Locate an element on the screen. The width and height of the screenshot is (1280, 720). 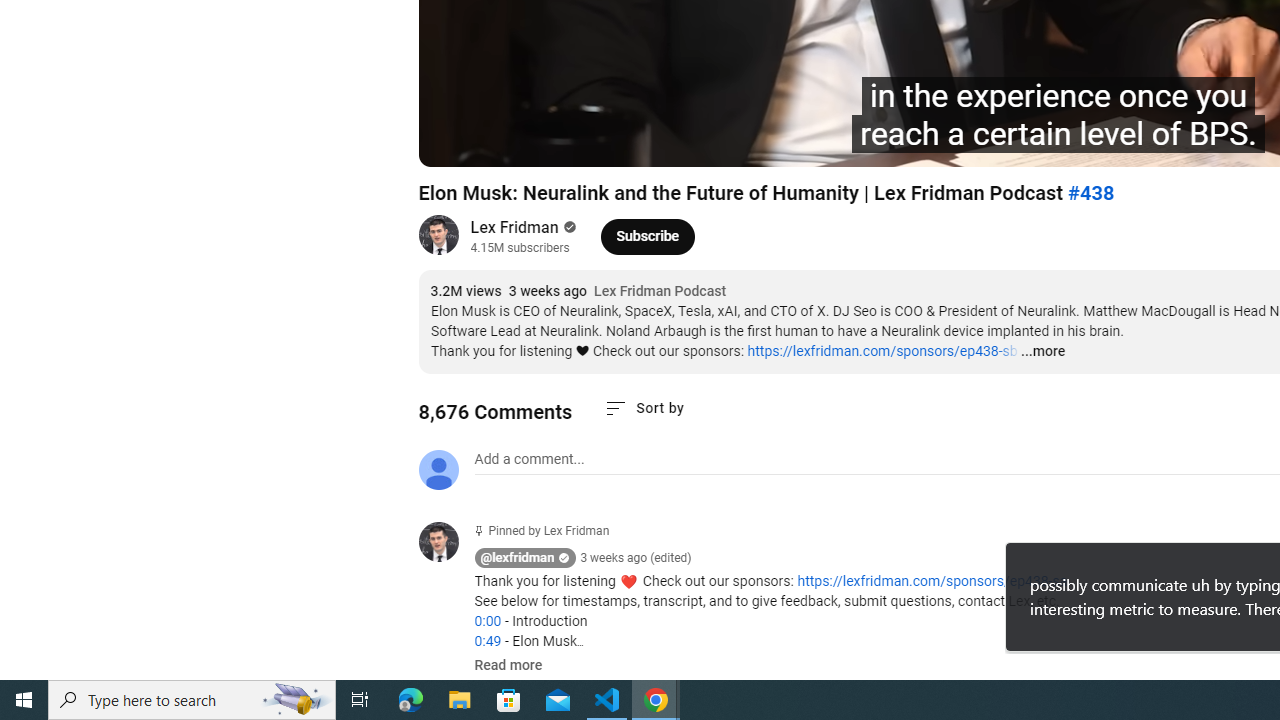
'0:49' is located at coordinates (487, 641).